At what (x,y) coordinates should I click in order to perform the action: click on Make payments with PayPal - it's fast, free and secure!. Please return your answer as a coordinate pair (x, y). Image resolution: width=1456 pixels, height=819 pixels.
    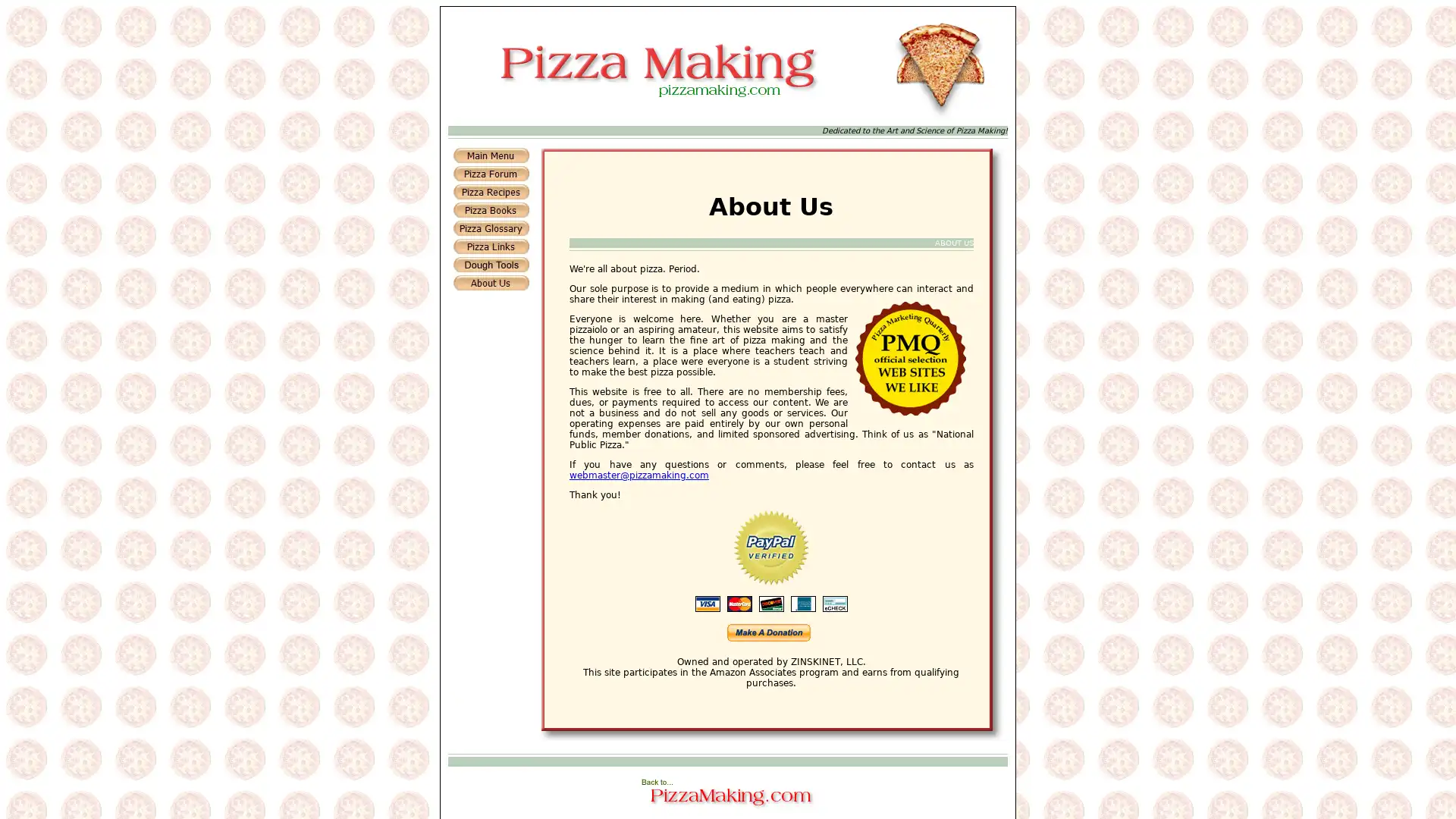
    Looking at the image, I should click on (768, 632).